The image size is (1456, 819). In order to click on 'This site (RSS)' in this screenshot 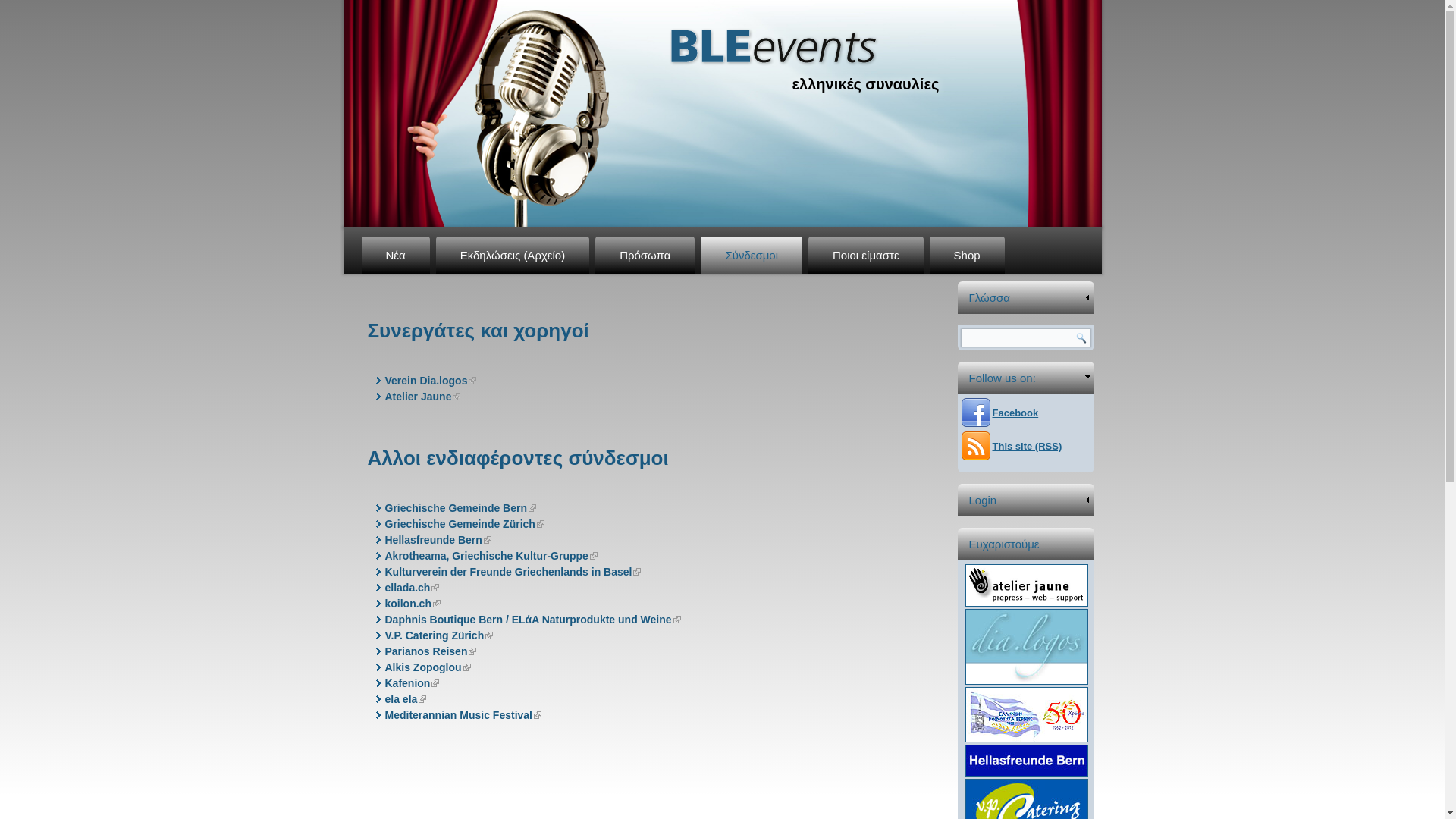, I will do `click(1014, 447)`.